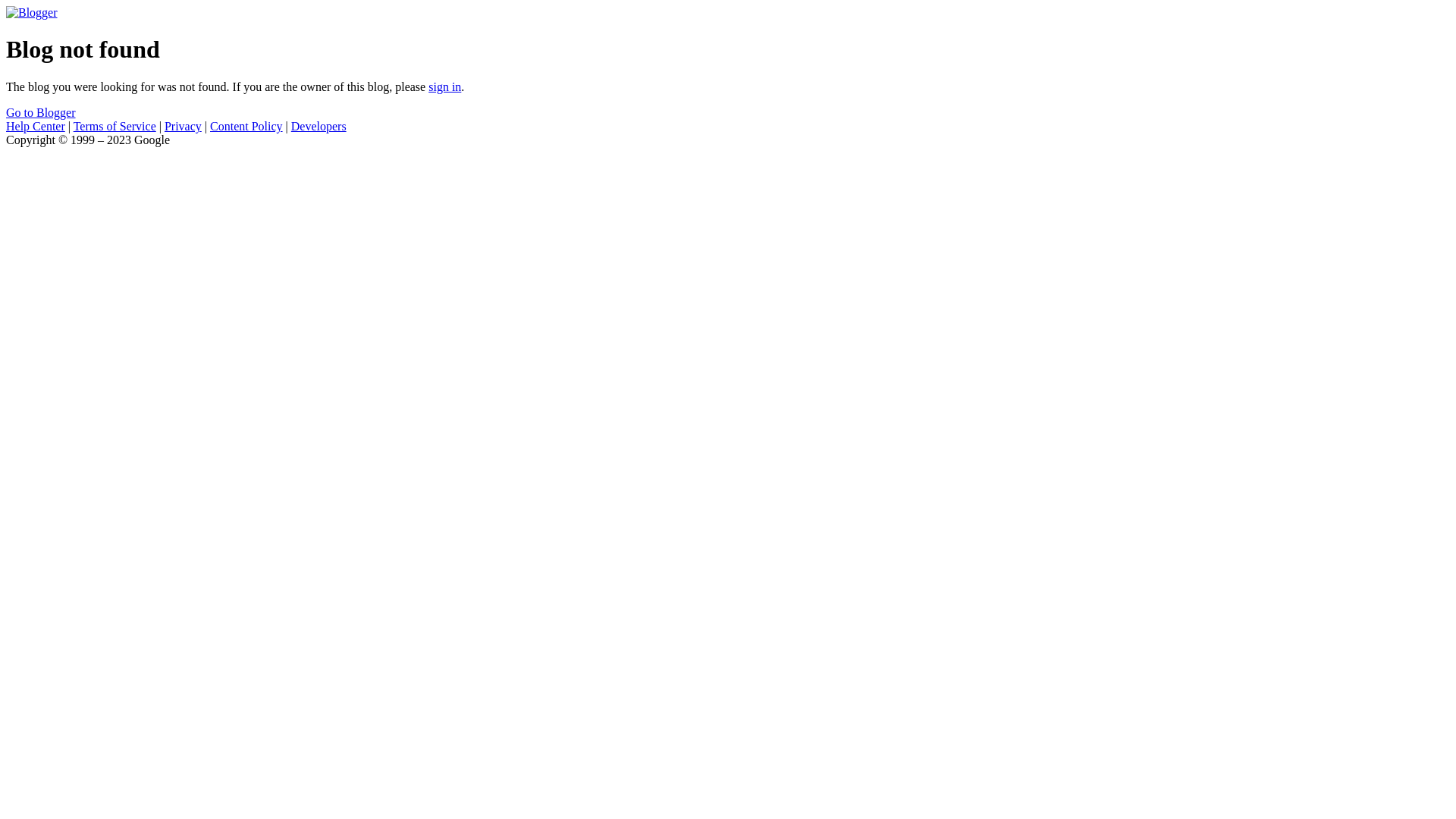 This screenshot has height=819, width=1456. Describe the element at coordinates (114, 125) in the screenshot. I see `'Terms of Service'` at that location.